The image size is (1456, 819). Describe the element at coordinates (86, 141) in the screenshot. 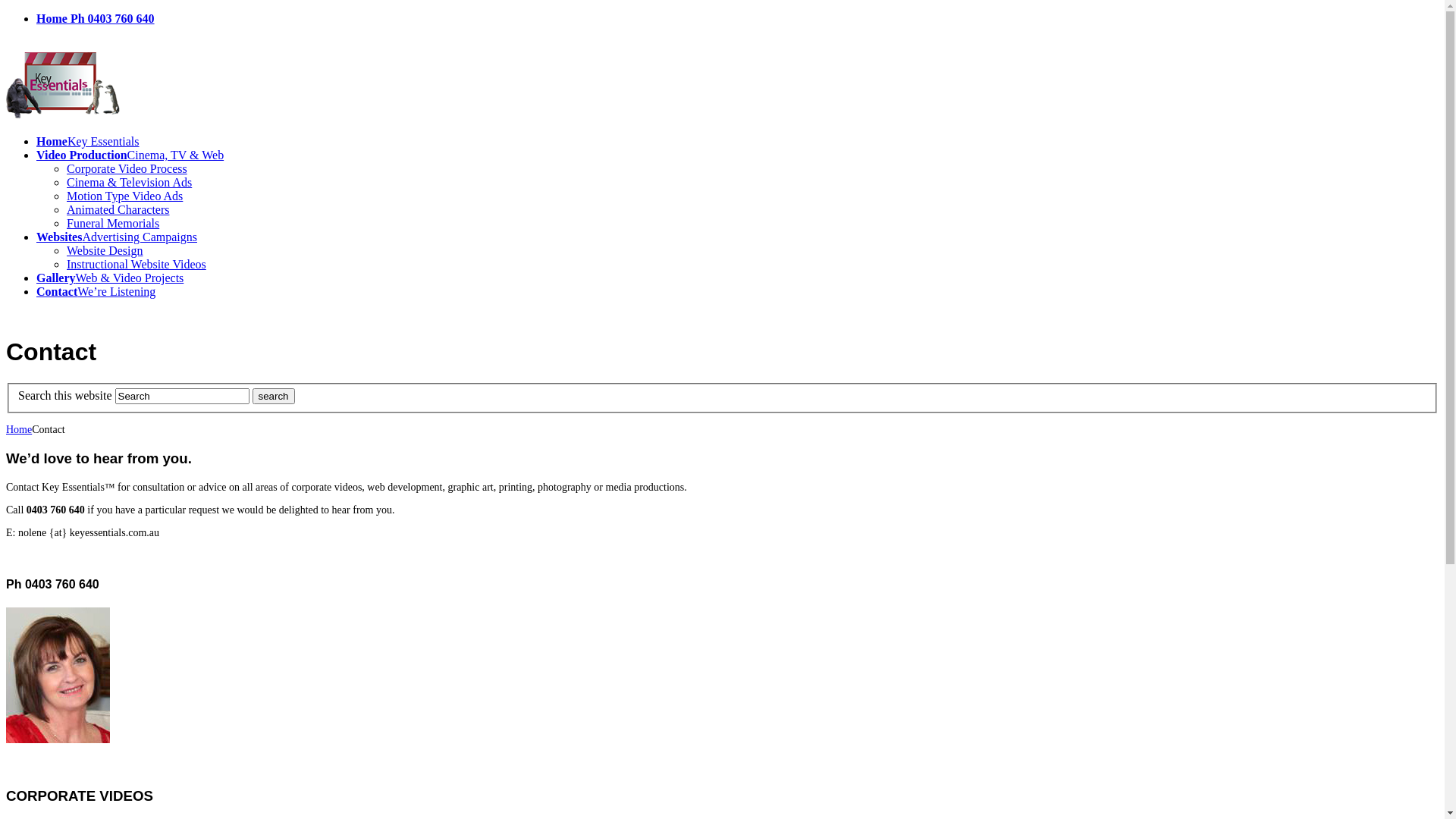

I see `'HomeKey Essentials'` at that location.